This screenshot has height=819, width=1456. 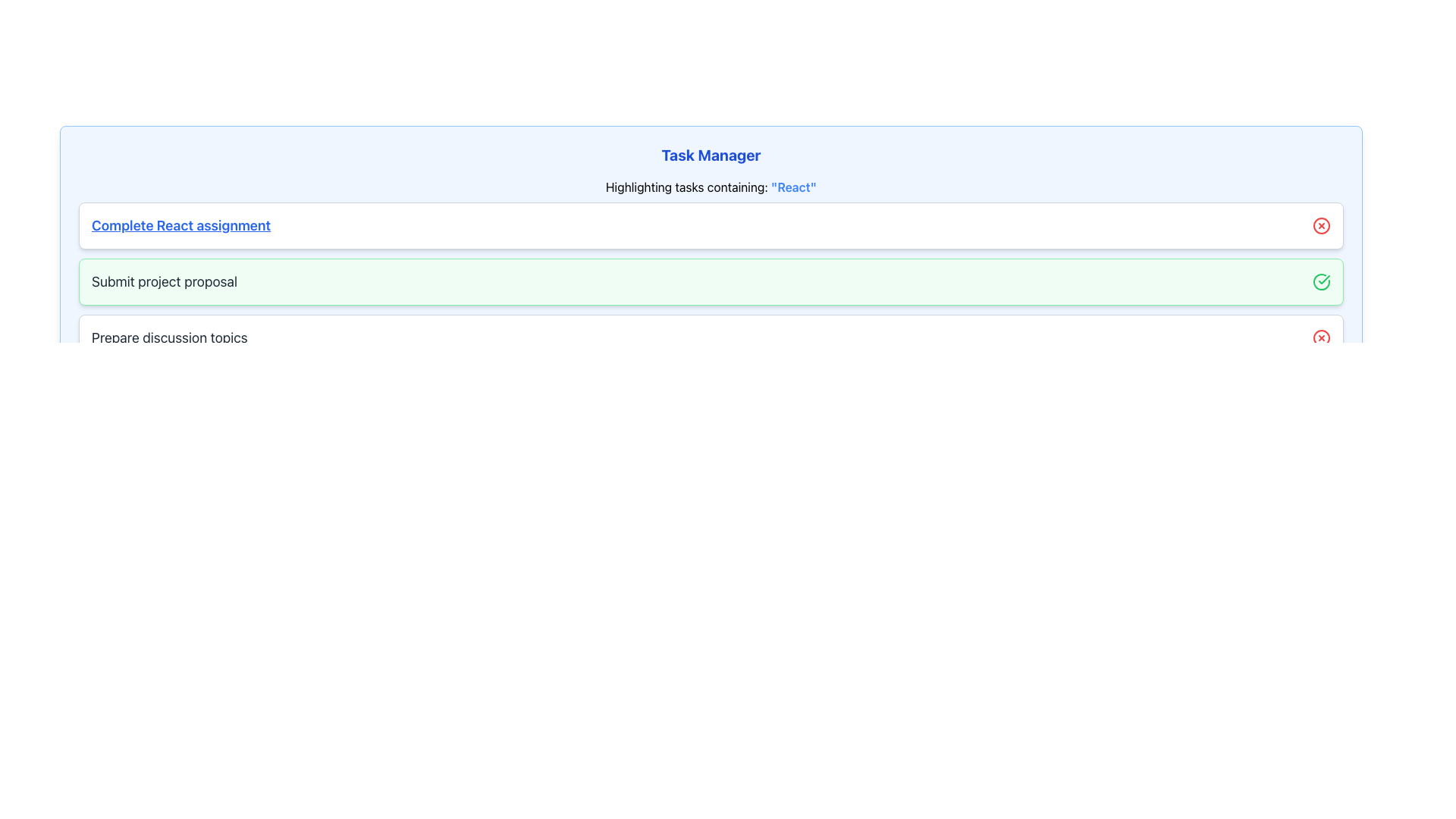 I want to click on the text label that says 'Prepare discussion topics', which is styled in large dark gray font and positioned below 'Submit project proposal', so click(x=169, y=337).